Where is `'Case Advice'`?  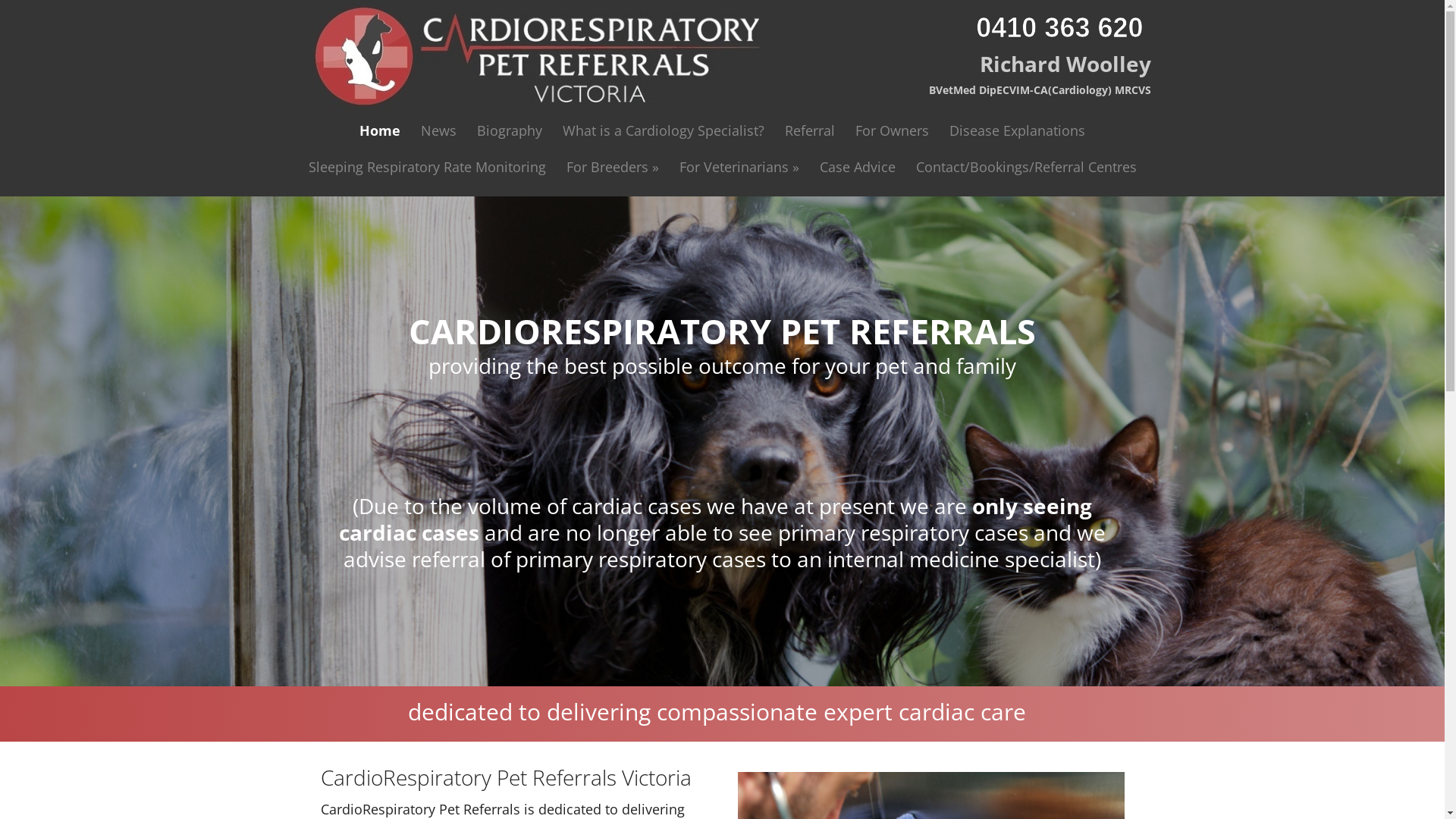
'Case Advice' is located at coordinates (858, 166).